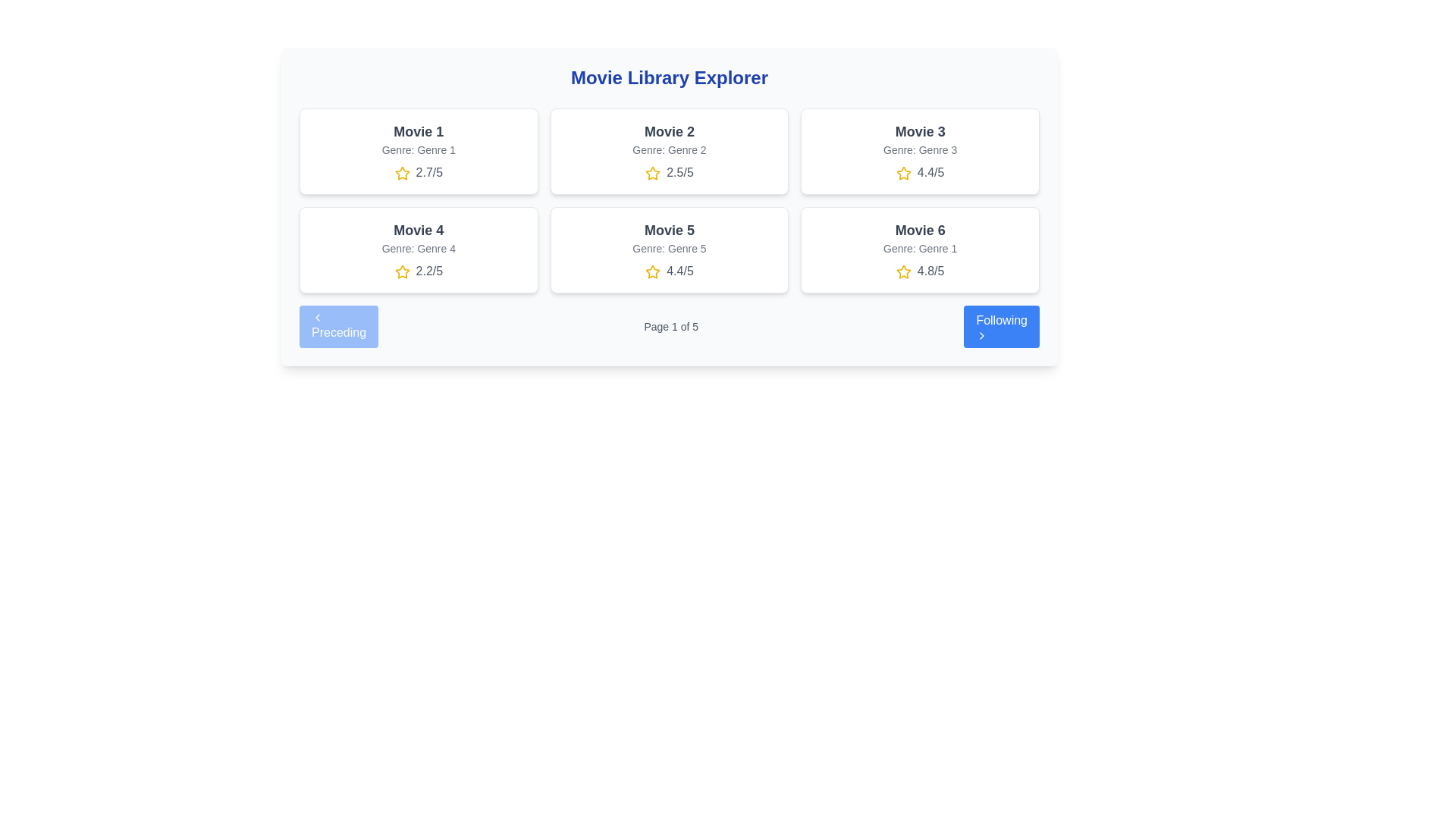  Describe the element at coordinates (402, 172) in the screenshot. I see `the first star-shaped yellow icon located below the 'Movie 1' title and to the left of the numerical rating '2.7/5' in the leftmost card of the top row` at that location.